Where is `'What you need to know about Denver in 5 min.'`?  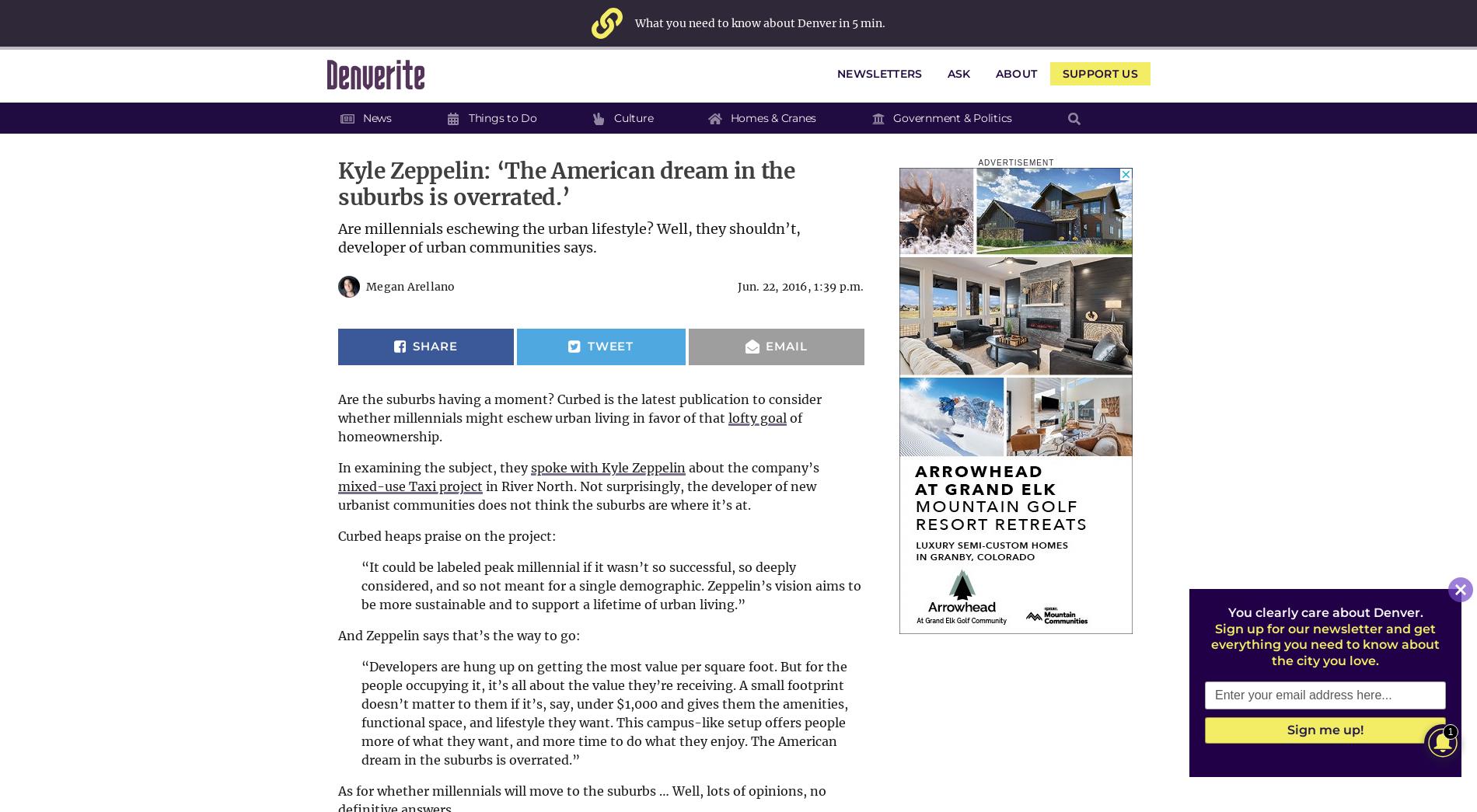 'What you need to know about Denver in 5 min.' is located at coordinates (759, 22).